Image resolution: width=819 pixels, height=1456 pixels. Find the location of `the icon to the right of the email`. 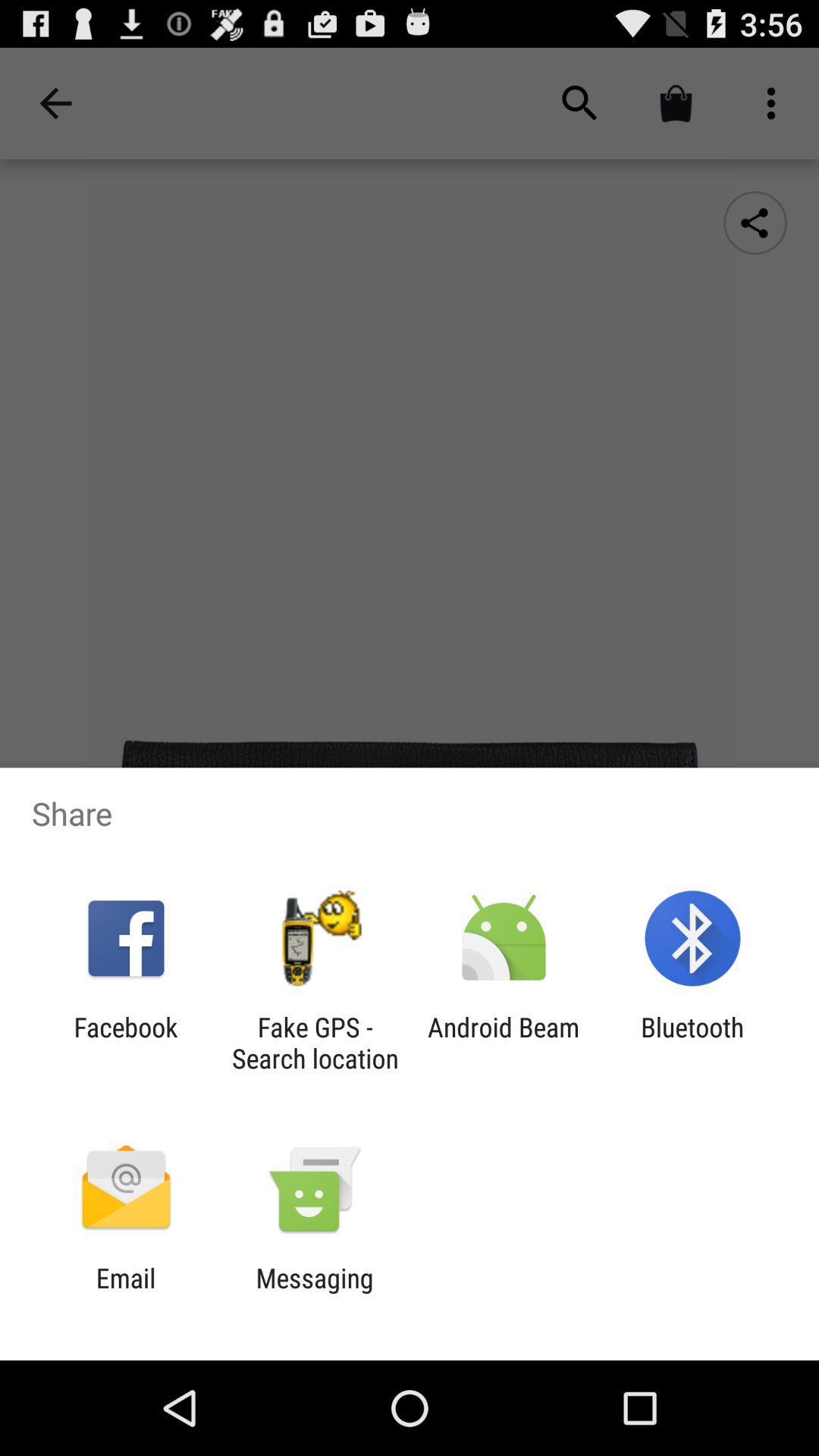

the icon to the right of the email is located at coordinates (314, 1293).